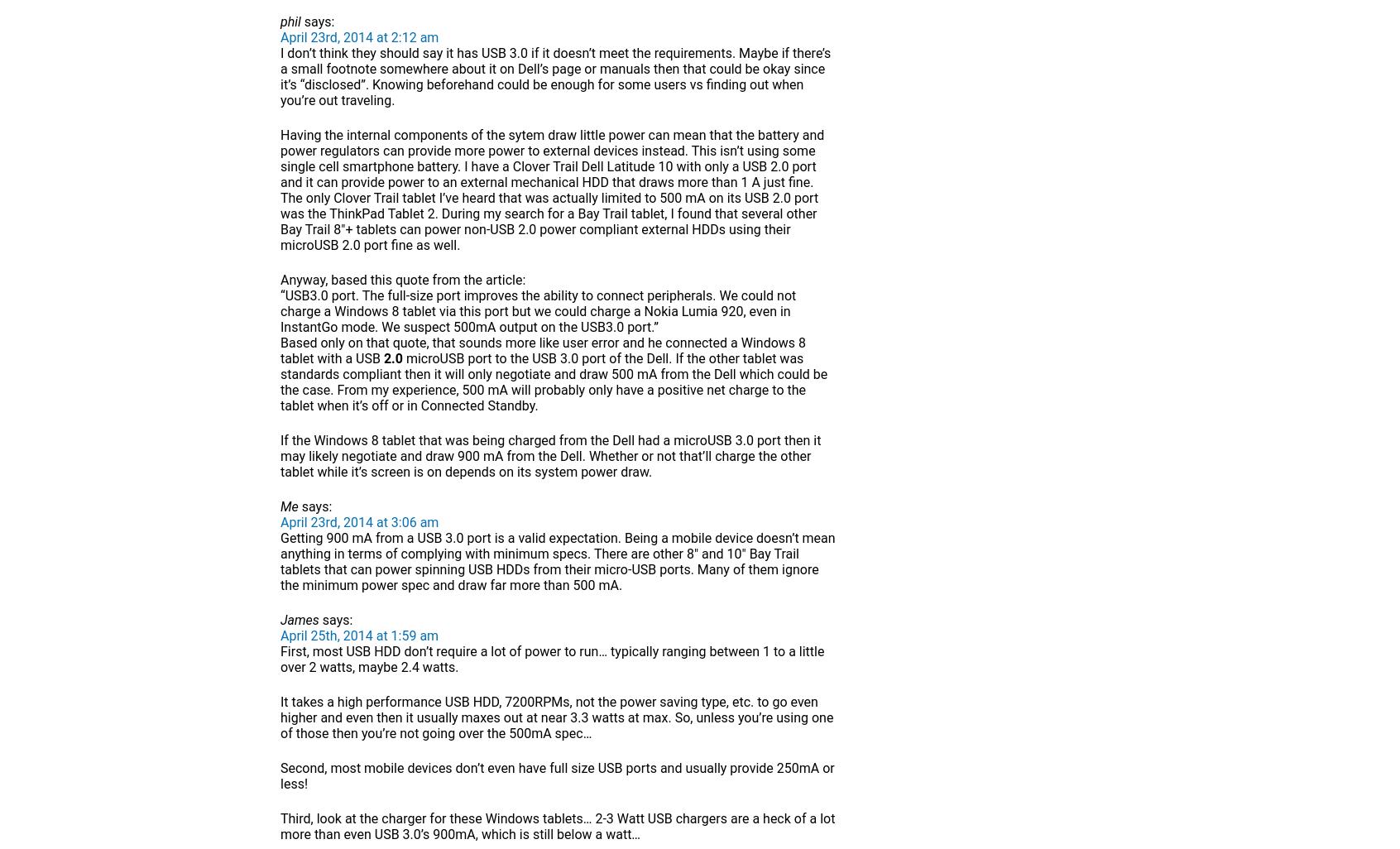  I want to click on 'Me', so click(288, 506).